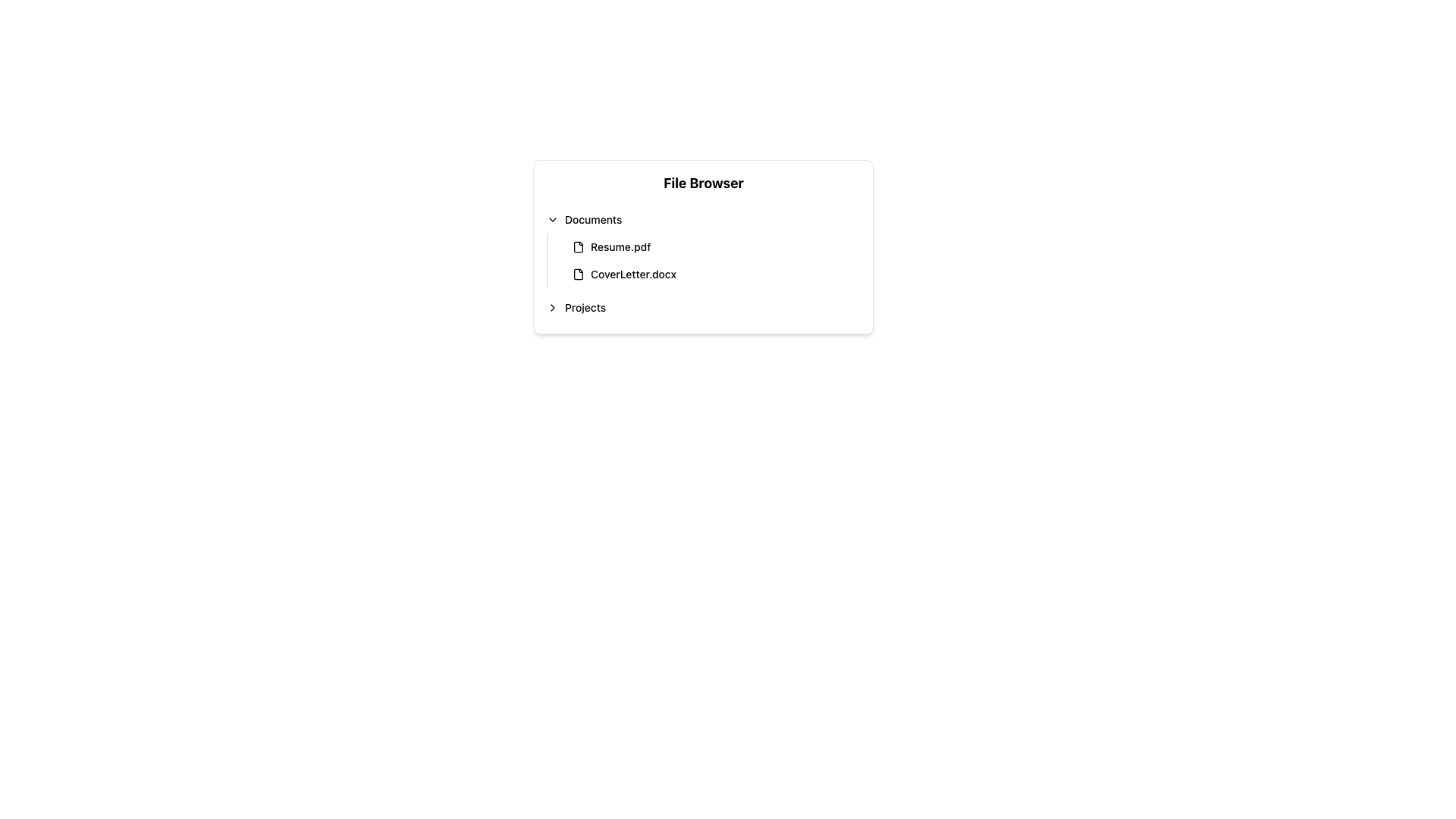 Image resolution: width=1456 pixels, height=819 pixels. Describe the element at coordinates (702, 307) in the screenshot. I see `the interactive item for 'Projects' in the file browser, located below 'CoverLetter.docx'` at that location.